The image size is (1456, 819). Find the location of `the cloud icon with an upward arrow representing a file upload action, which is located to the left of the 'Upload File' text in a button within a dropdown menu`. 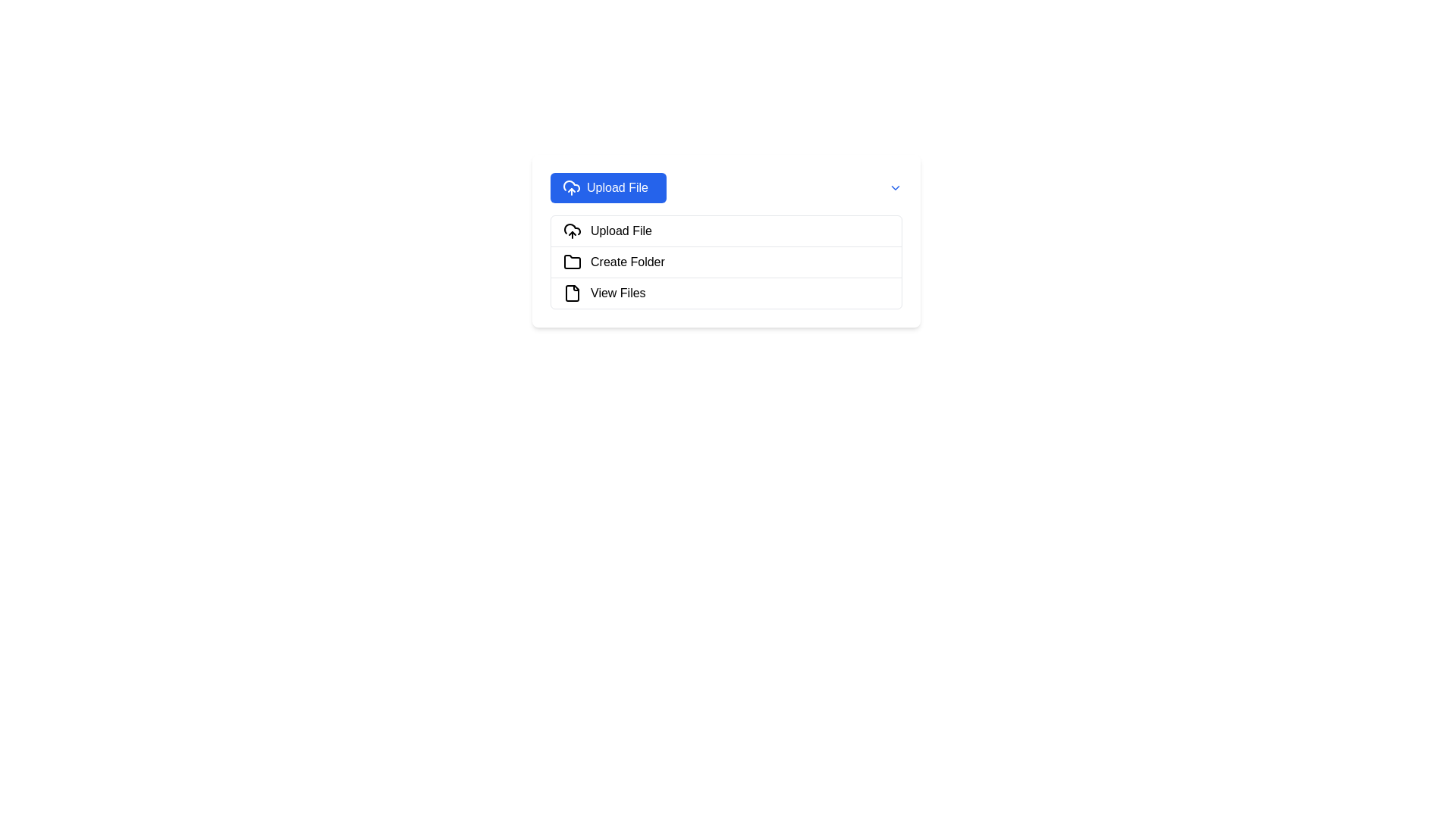

the cloud icon with an upward arrow representing a file upload action, which is located to the left of the 'Upload File' text in a button within a dropdown menu is located at coordinates (570, 187).